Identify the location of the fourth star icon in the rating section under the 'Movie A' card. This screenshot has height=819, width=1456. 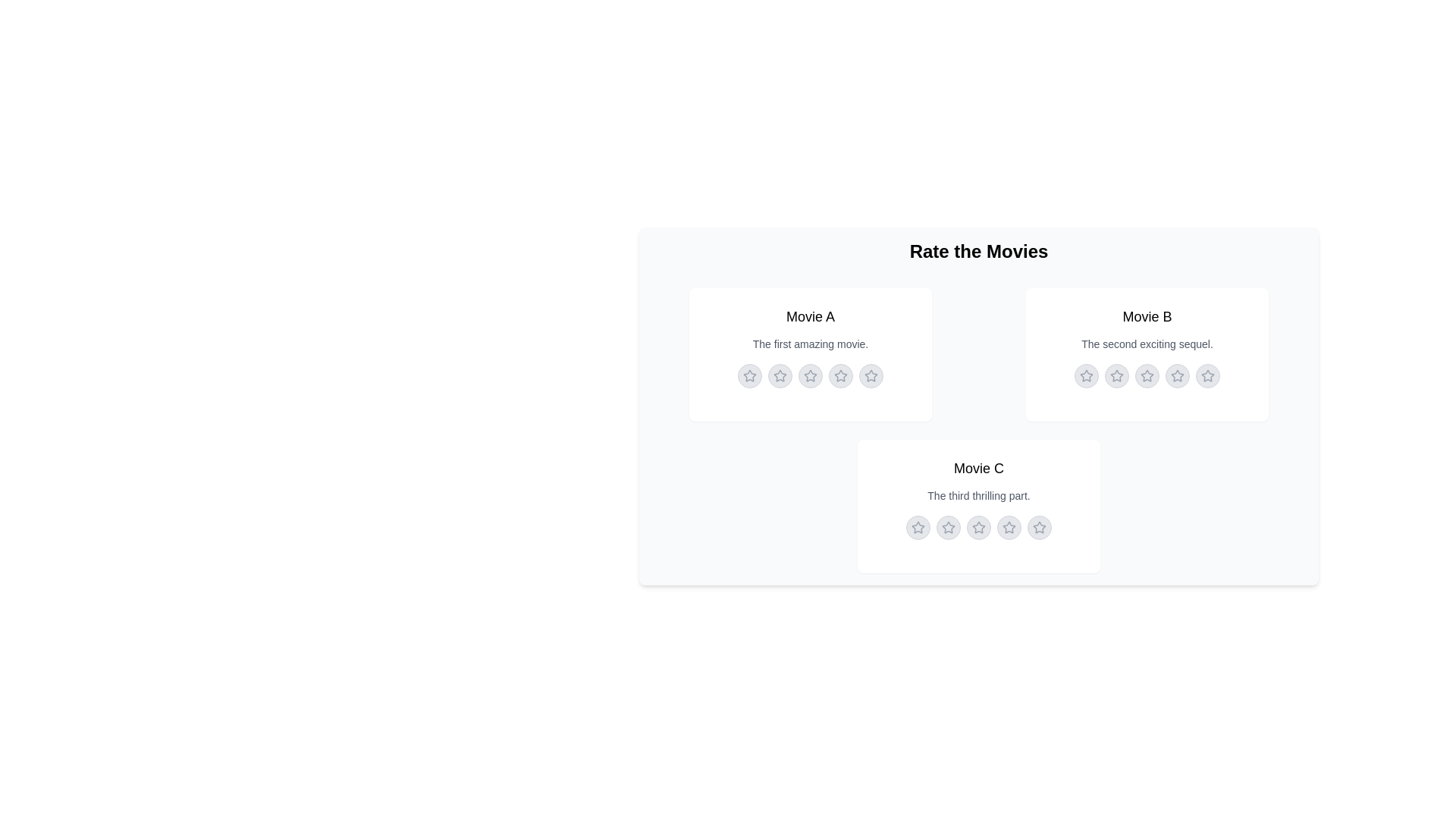
(839, 375).